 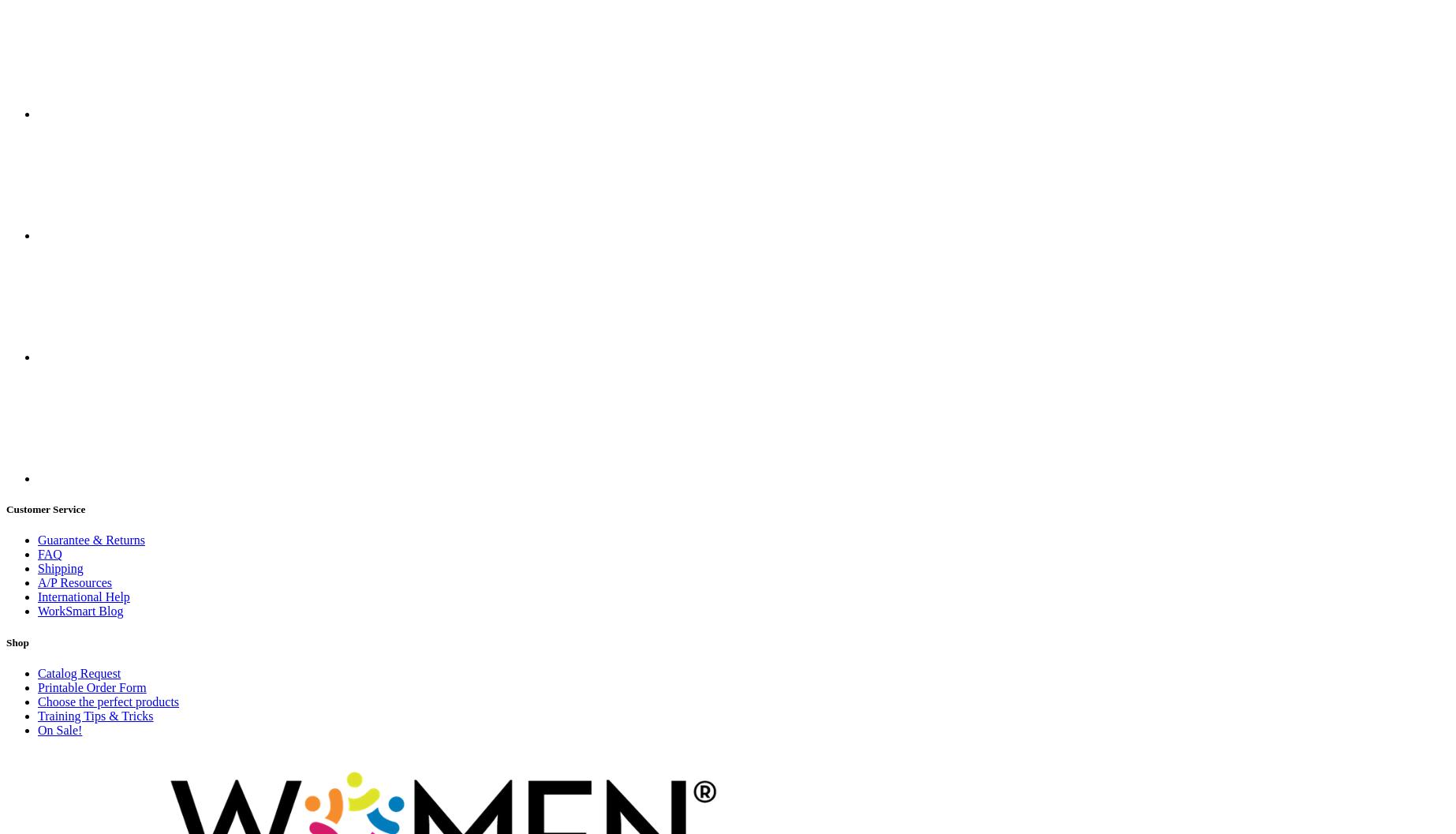 What do you see at coordinates (60, 567) in the screenshot?
I see `'Shipping'` at bounding box center [60, 567].